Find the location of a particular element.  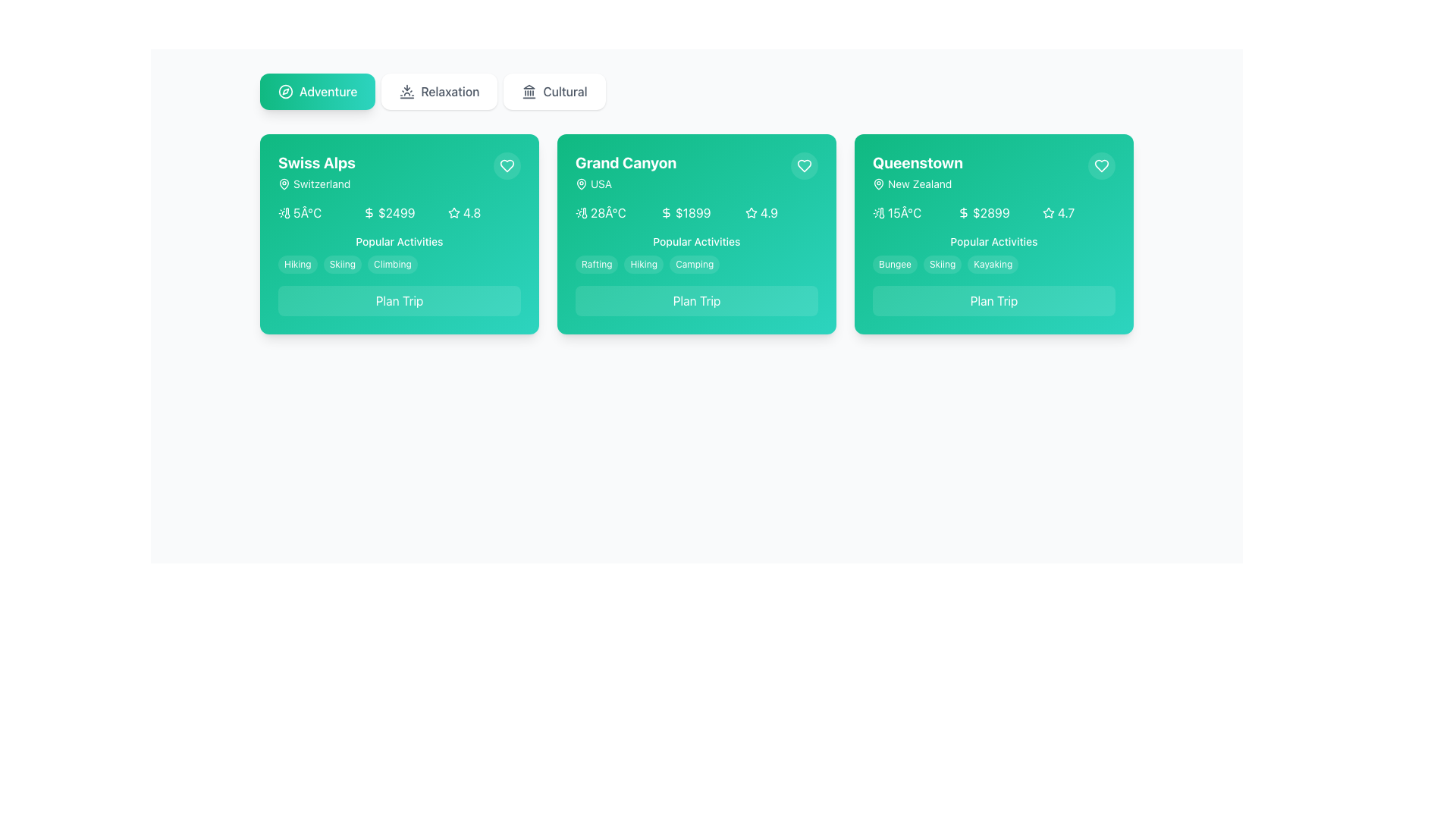

the star rating icon located to the left of the numeric rating text '4.8' in the top-right portion of the 'Swiss Alps' card layout is located at coordinates (453, 213).